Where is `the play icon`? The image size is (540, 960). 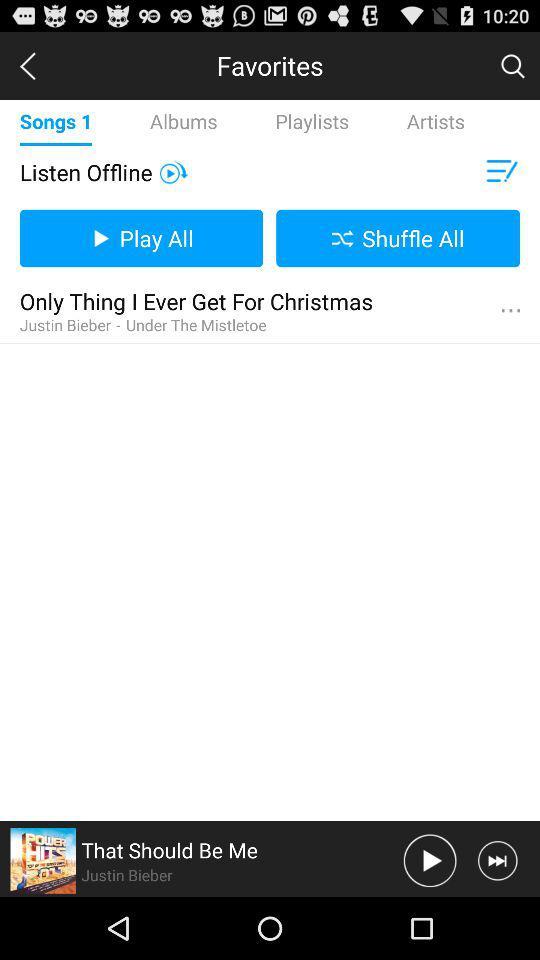 the play icon is located at coordinates (429, 921).